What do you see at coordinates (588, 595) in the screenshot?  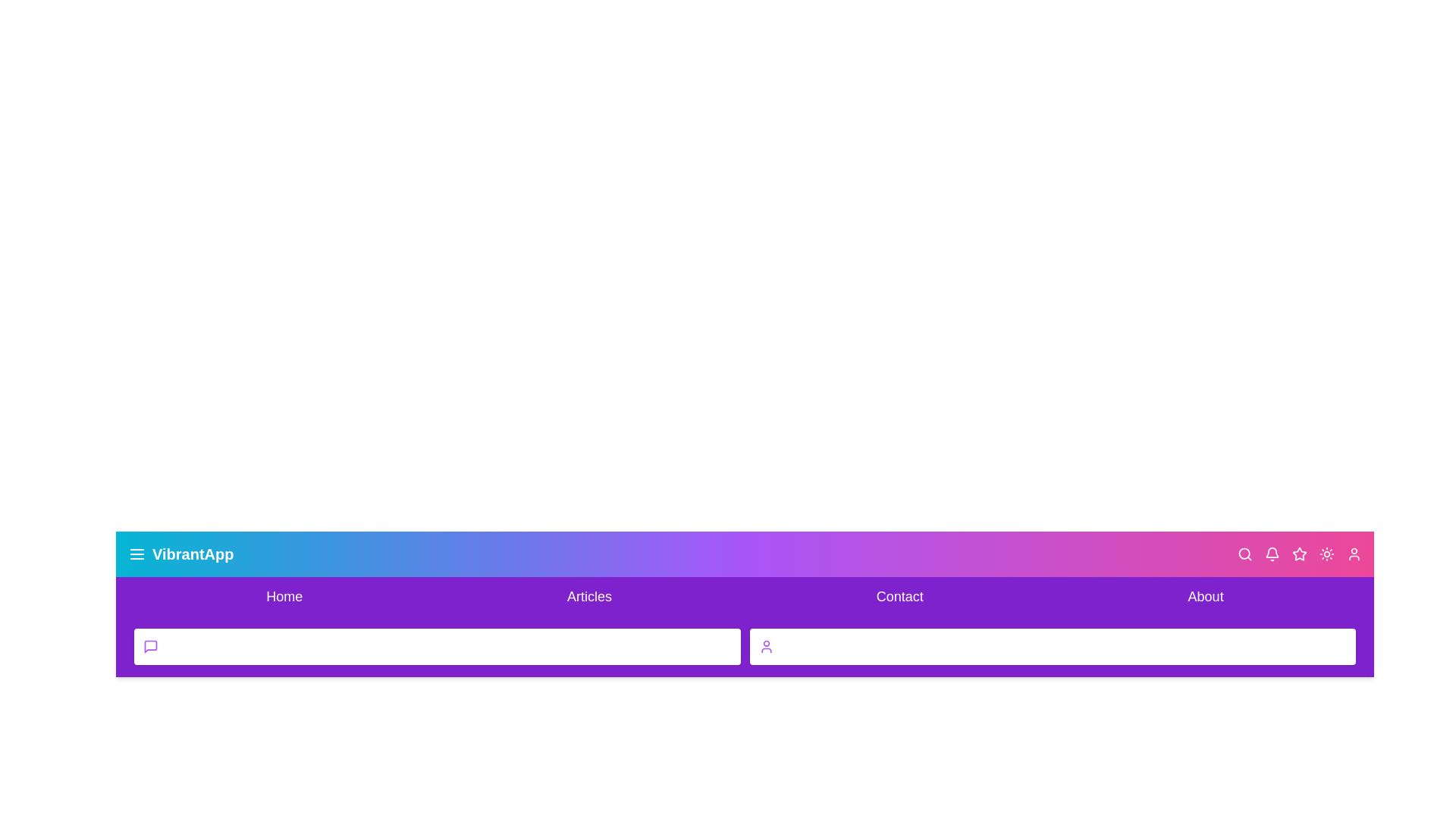 I see `the Articles navigation link to navigate to the respective section` at bounding box center [588, 595].